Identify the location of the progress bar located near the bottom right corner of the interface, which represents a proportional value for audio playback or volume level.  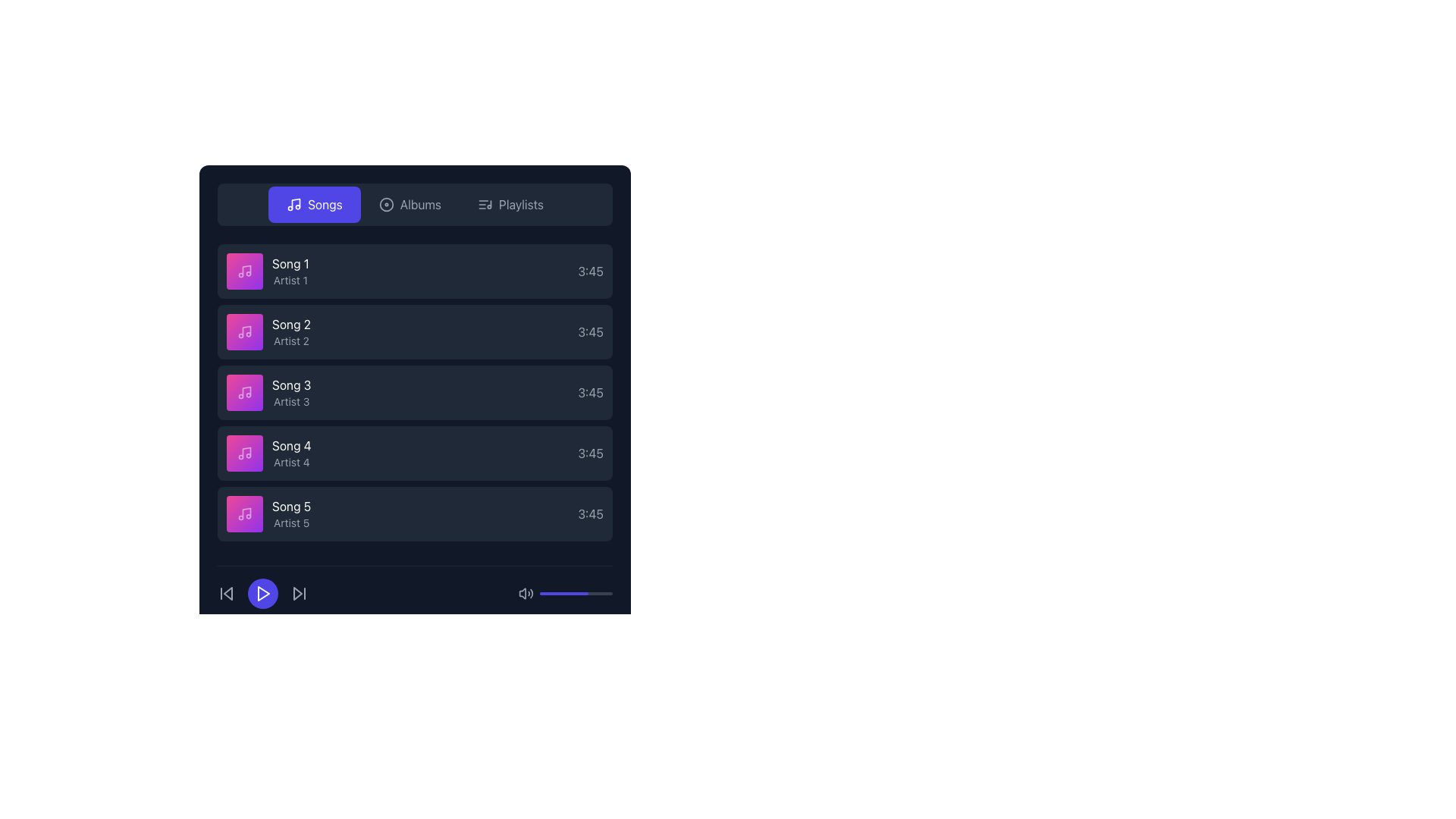
(563, 593).